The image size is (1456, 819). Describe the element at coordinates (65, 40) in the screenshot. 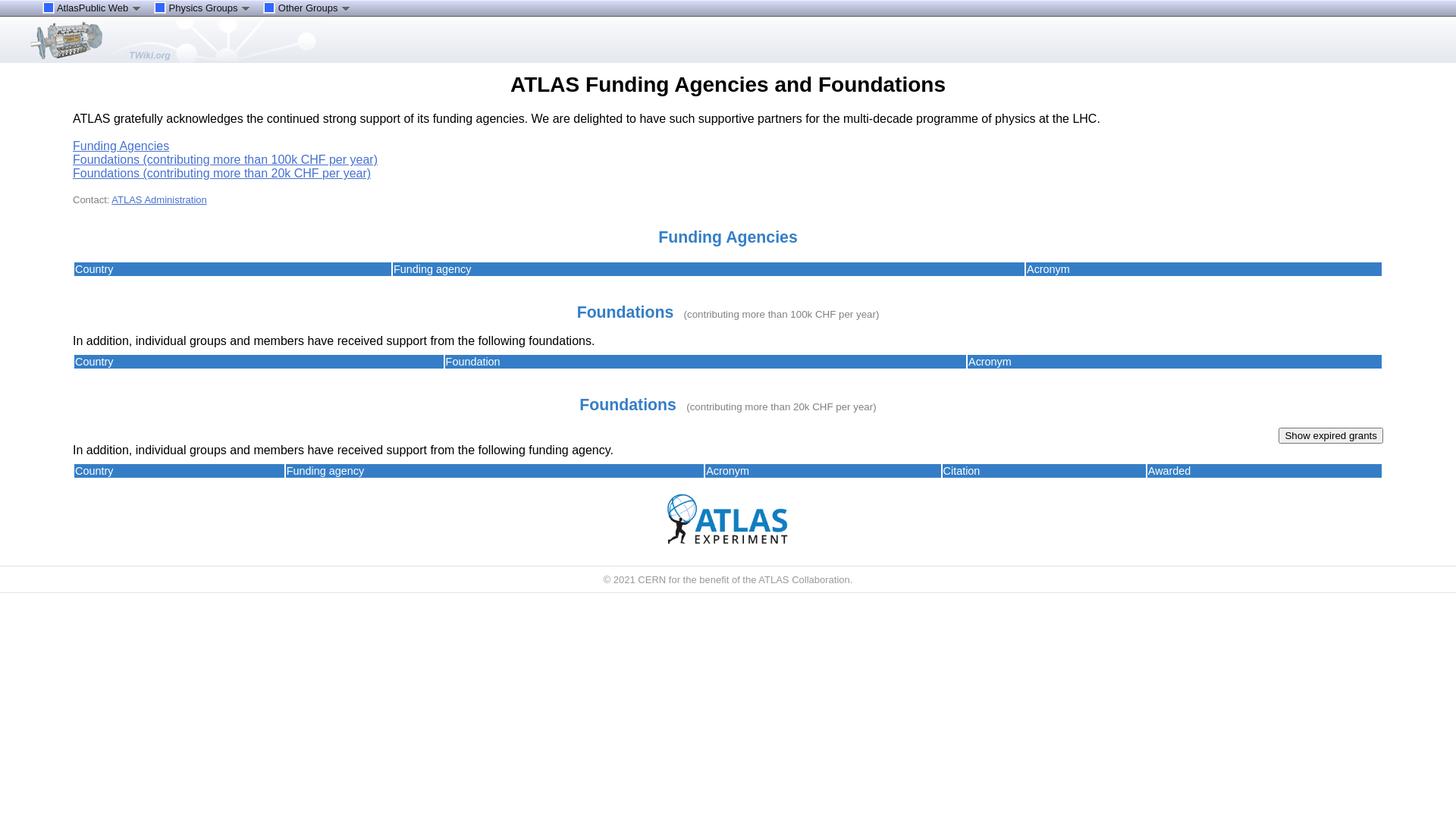

I see `'ATLAS'` at that location.